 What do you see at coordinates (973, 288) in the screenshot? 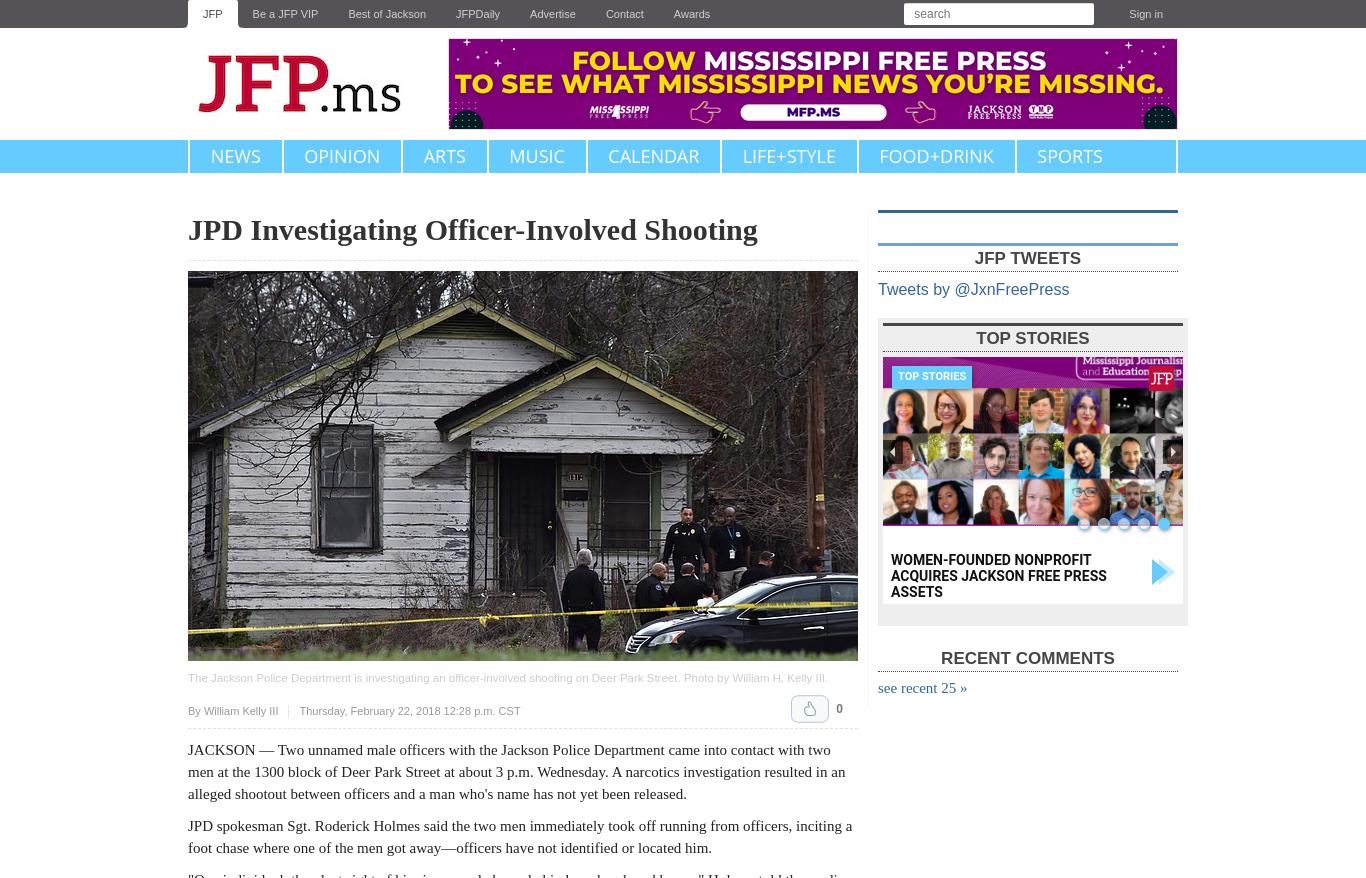
I see `'Tweets by @JxnFreePress'` at bounding box center [973, 288].